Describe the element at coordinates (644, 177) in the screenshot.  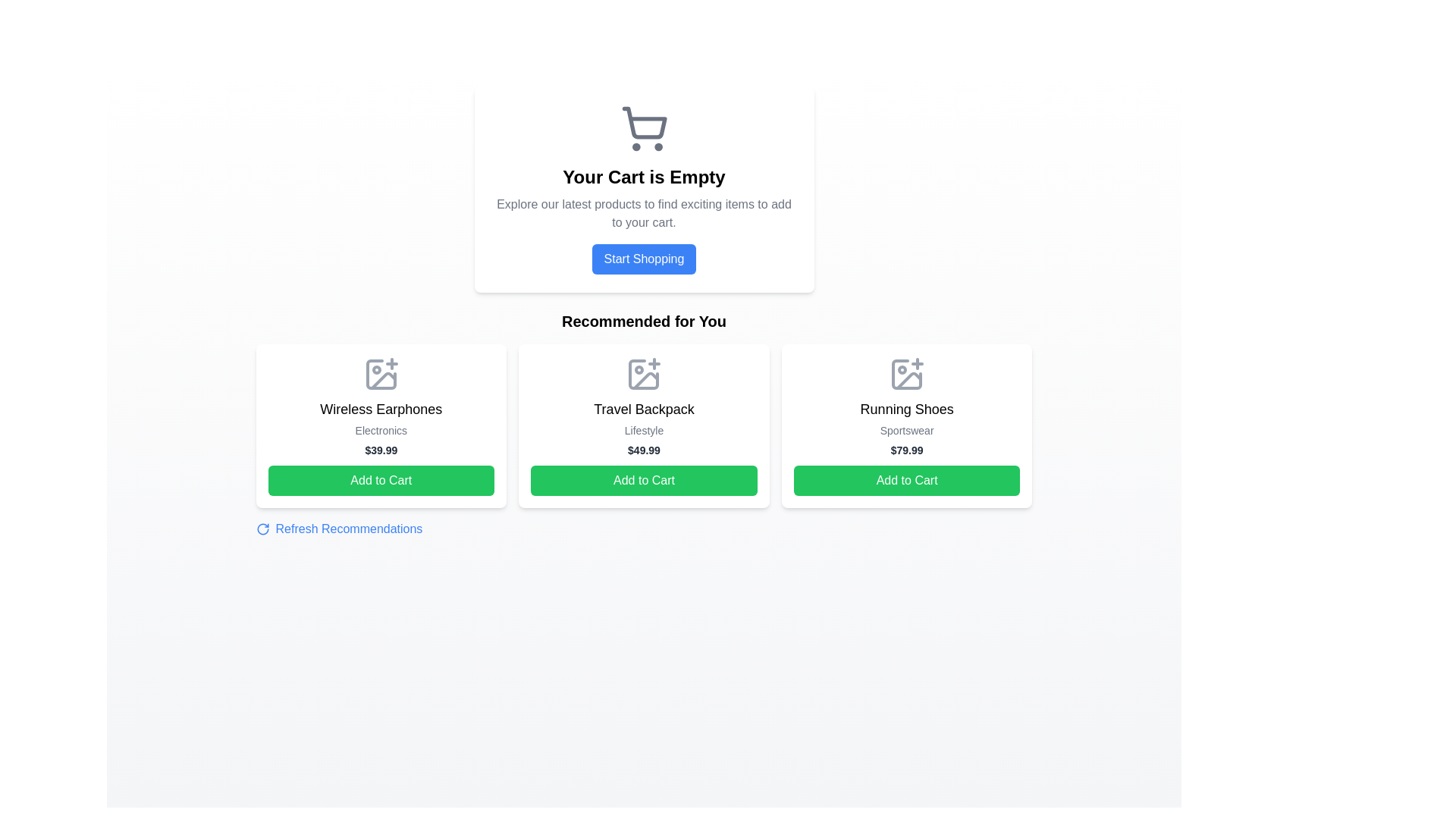
I see `the static text displaying 'Your Cart is Empty'` at that location.